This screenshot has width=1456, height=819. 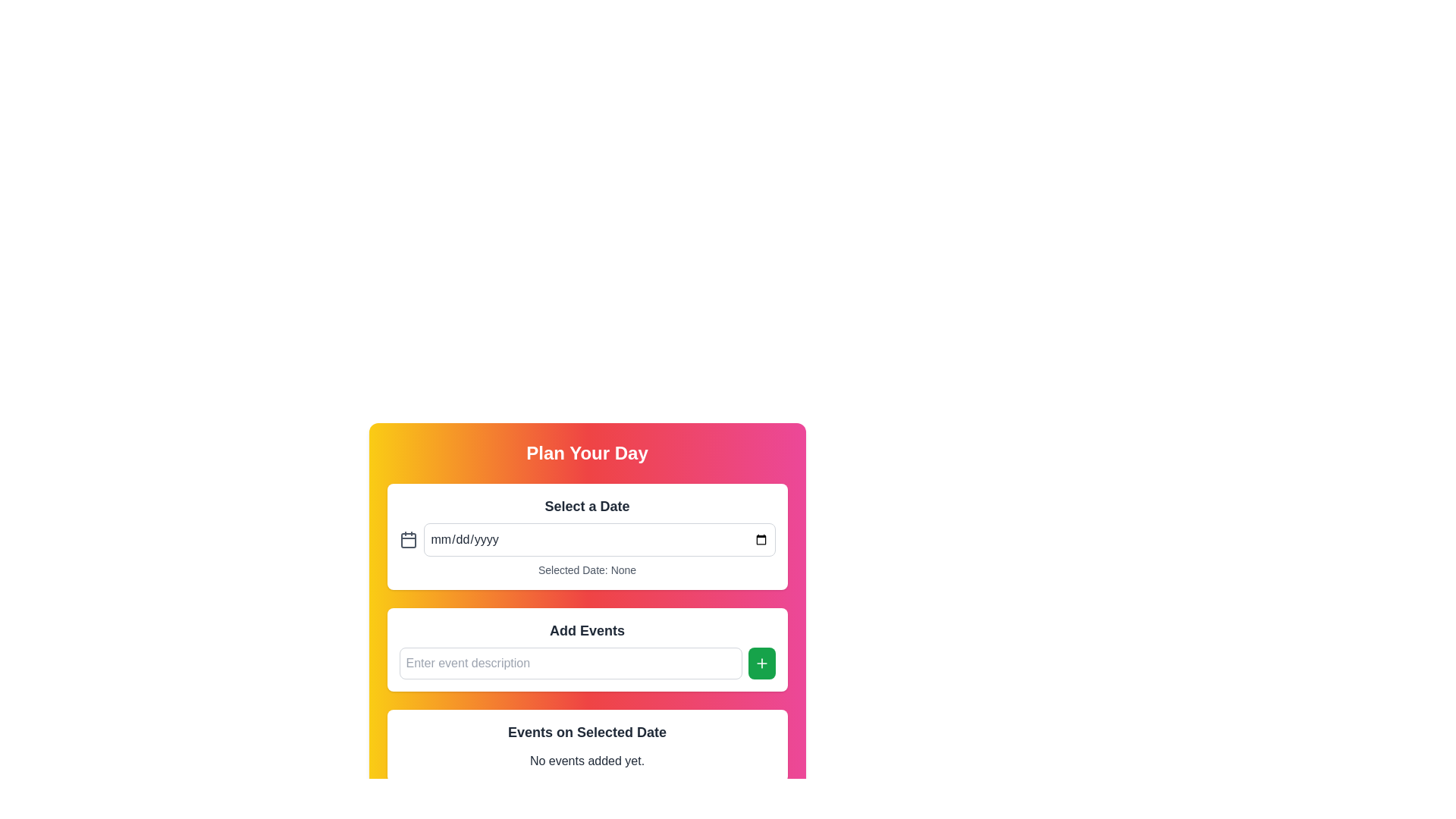 What do you see at coordinates (408, 540) in the screenshot?
I see `the small rectangular SVG icon with rounded corners located within the calendar icon graphic, which is positioned in the central area of the rectangle inside the calendar's depiction` at bounding box center [408, 540].